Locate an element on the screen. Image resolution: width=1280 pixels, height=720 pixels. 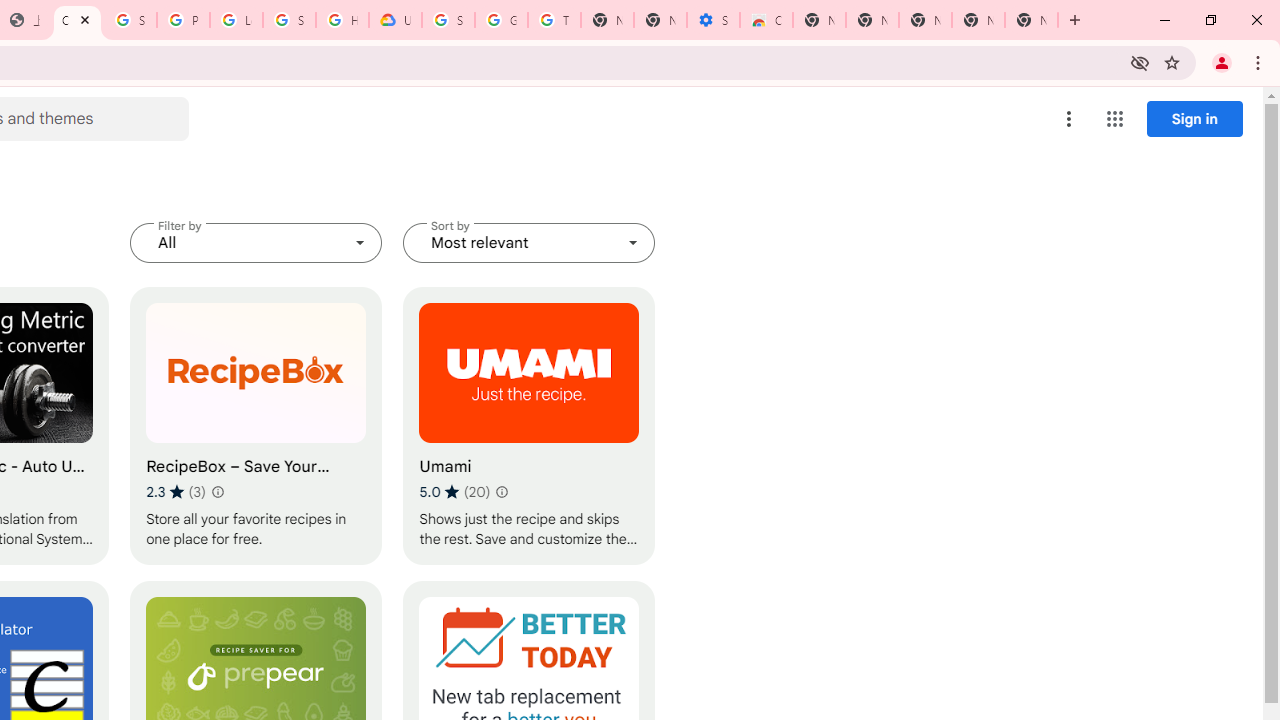
'Sign in - Google Accounts' is located at coordinates (129, 20).